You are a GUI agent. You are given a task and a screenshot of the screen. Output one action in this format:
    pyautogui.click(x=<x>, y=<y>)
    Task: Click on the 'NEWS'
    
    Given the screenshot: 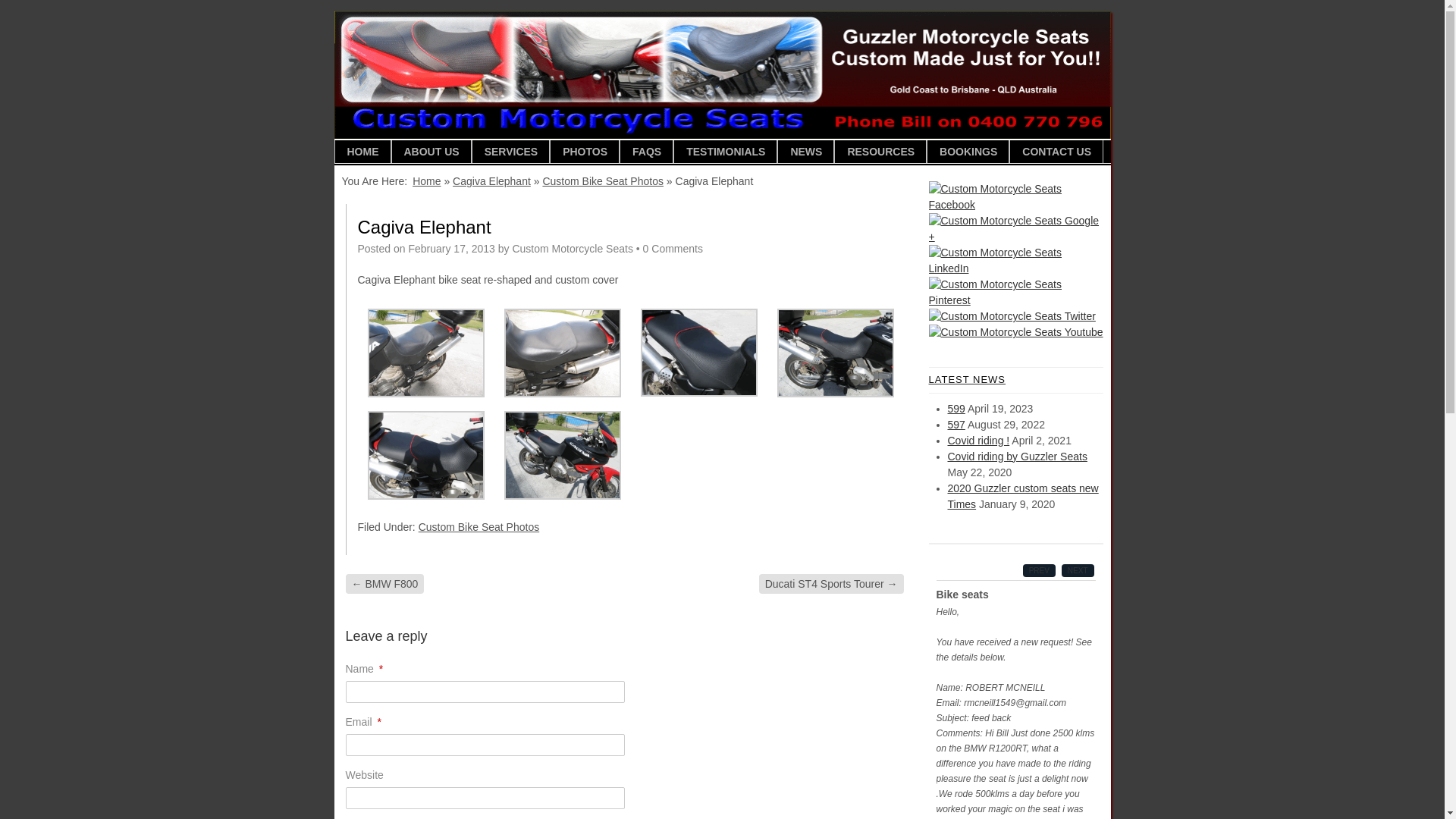 What is the action you would take?
    pyautogui.click(x=805, y=152)
    